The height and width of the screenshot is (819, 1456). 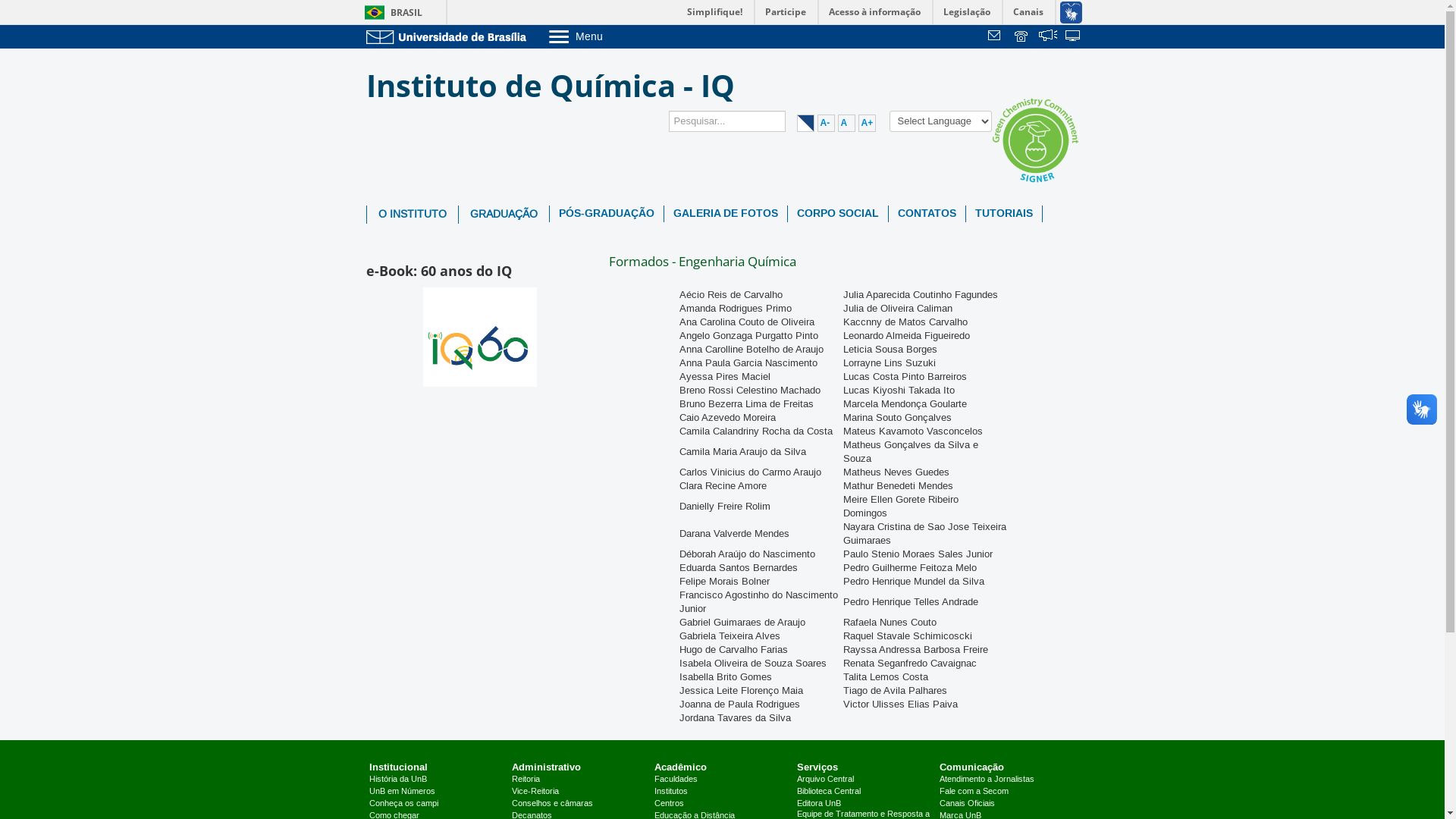 I want to click on 'Menu', so click(x=613, y=35).